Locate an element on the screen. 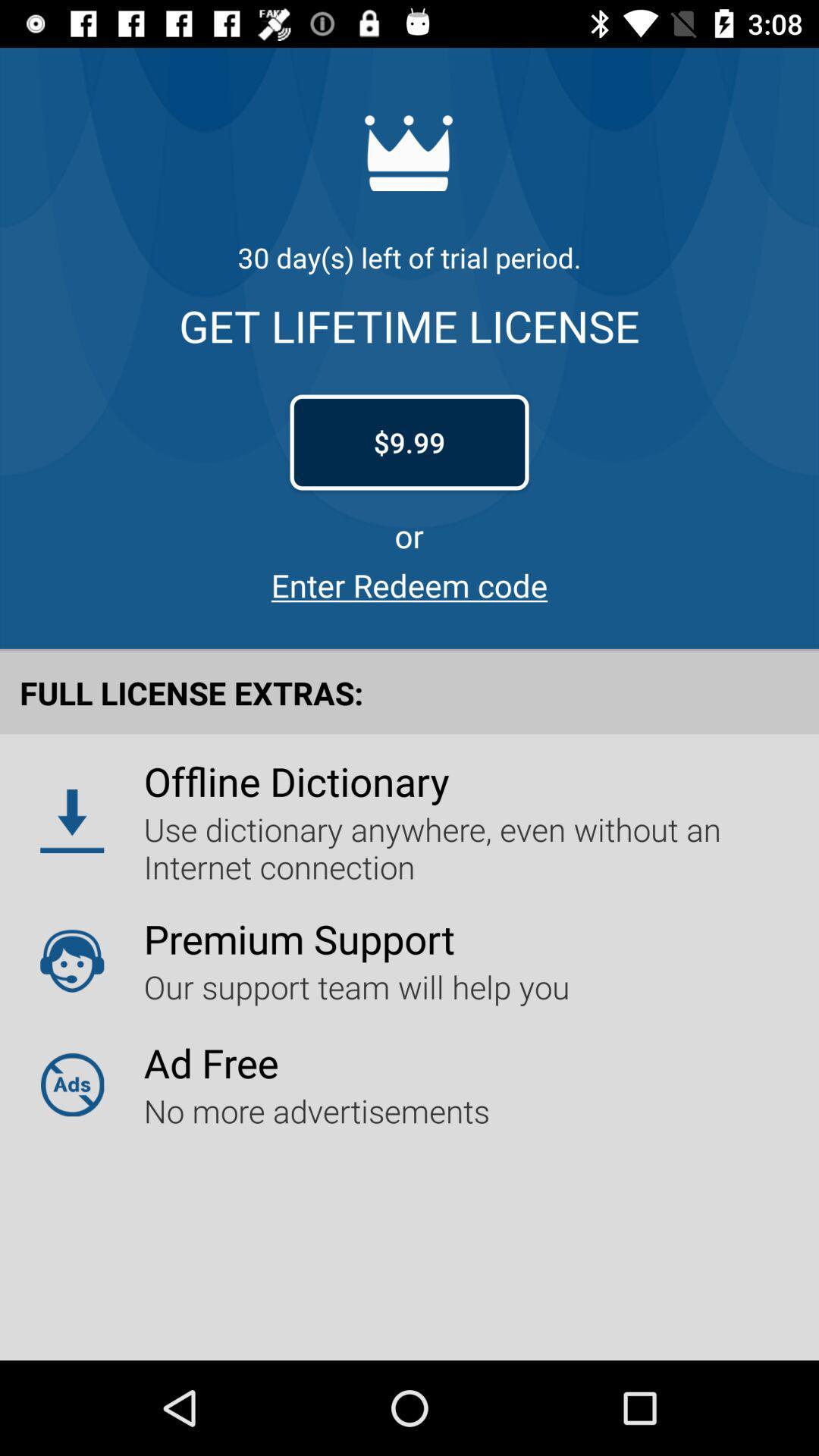  the button 999 is located at coordinates (409, 442).